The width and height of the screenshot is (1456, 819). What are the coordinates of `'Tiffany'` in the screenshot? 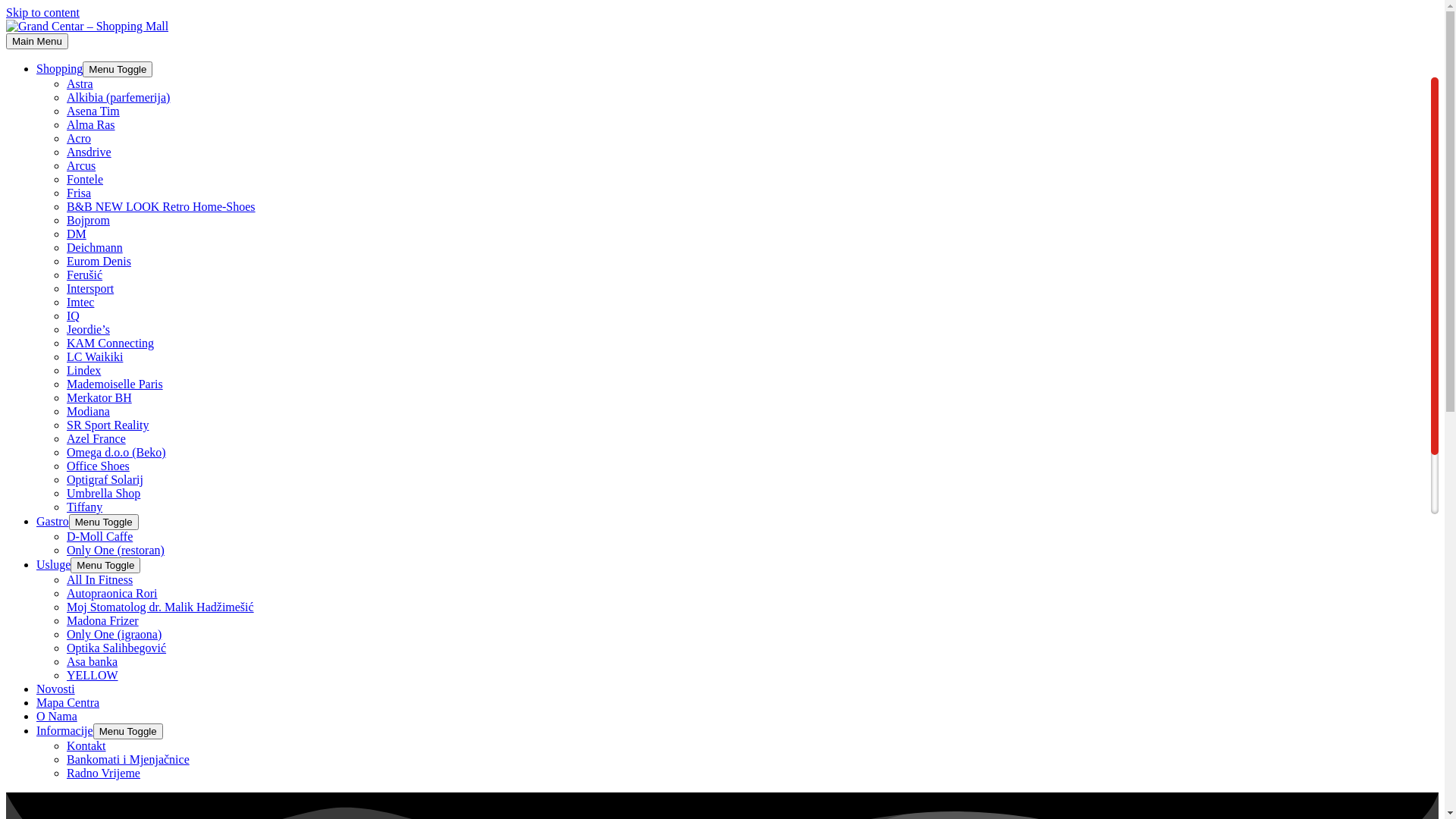 It's located at (83, 507).